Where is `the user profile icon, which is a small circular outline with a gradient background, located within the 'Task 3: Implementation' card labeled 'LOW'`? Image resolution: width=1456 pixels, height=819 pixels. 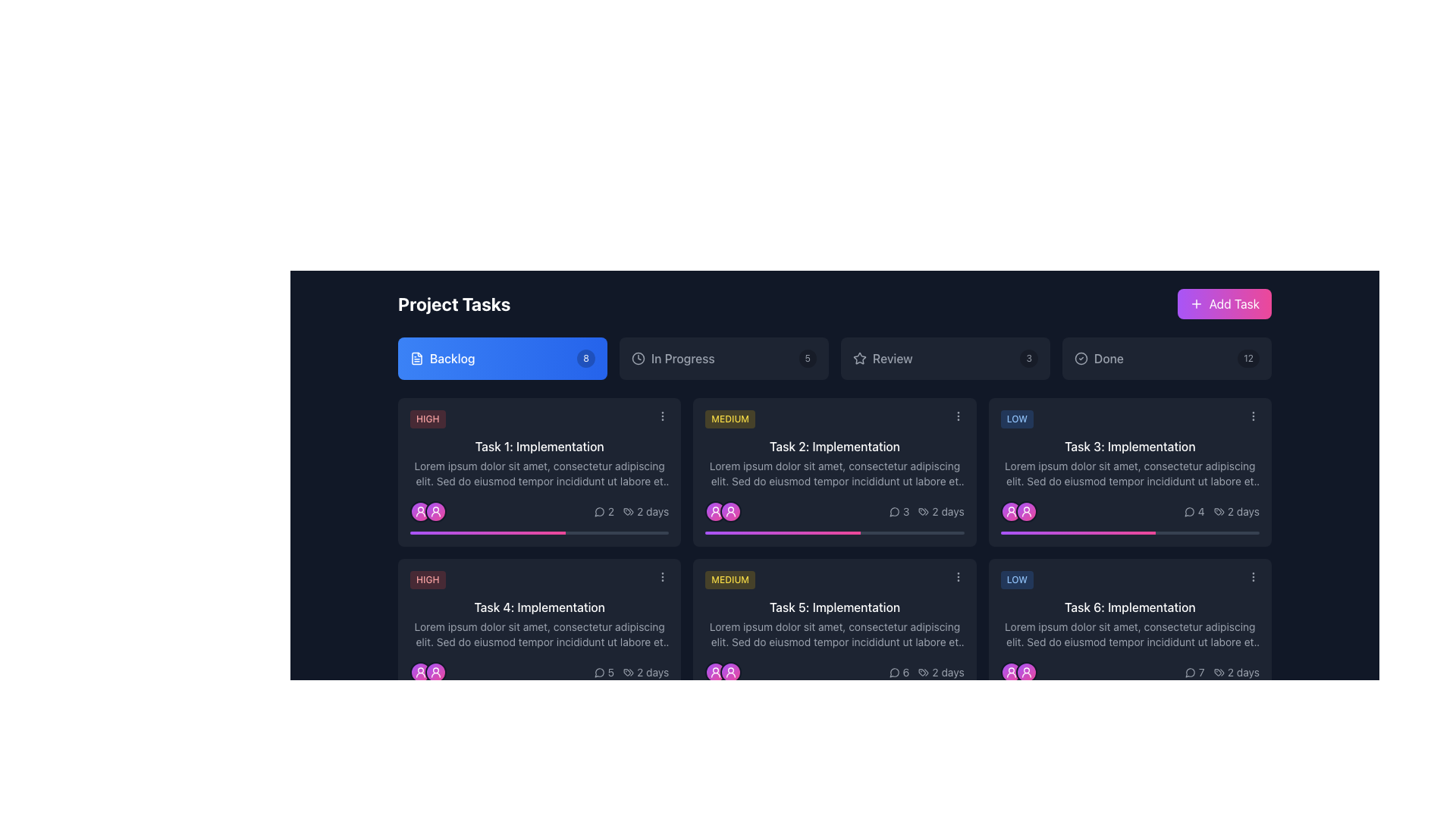
the user profile icon, which is a small circular outline with a gradient background, located within the 'Task 3: Implementation' card labeled 'LOW' is located at coordinates (1026, 512).